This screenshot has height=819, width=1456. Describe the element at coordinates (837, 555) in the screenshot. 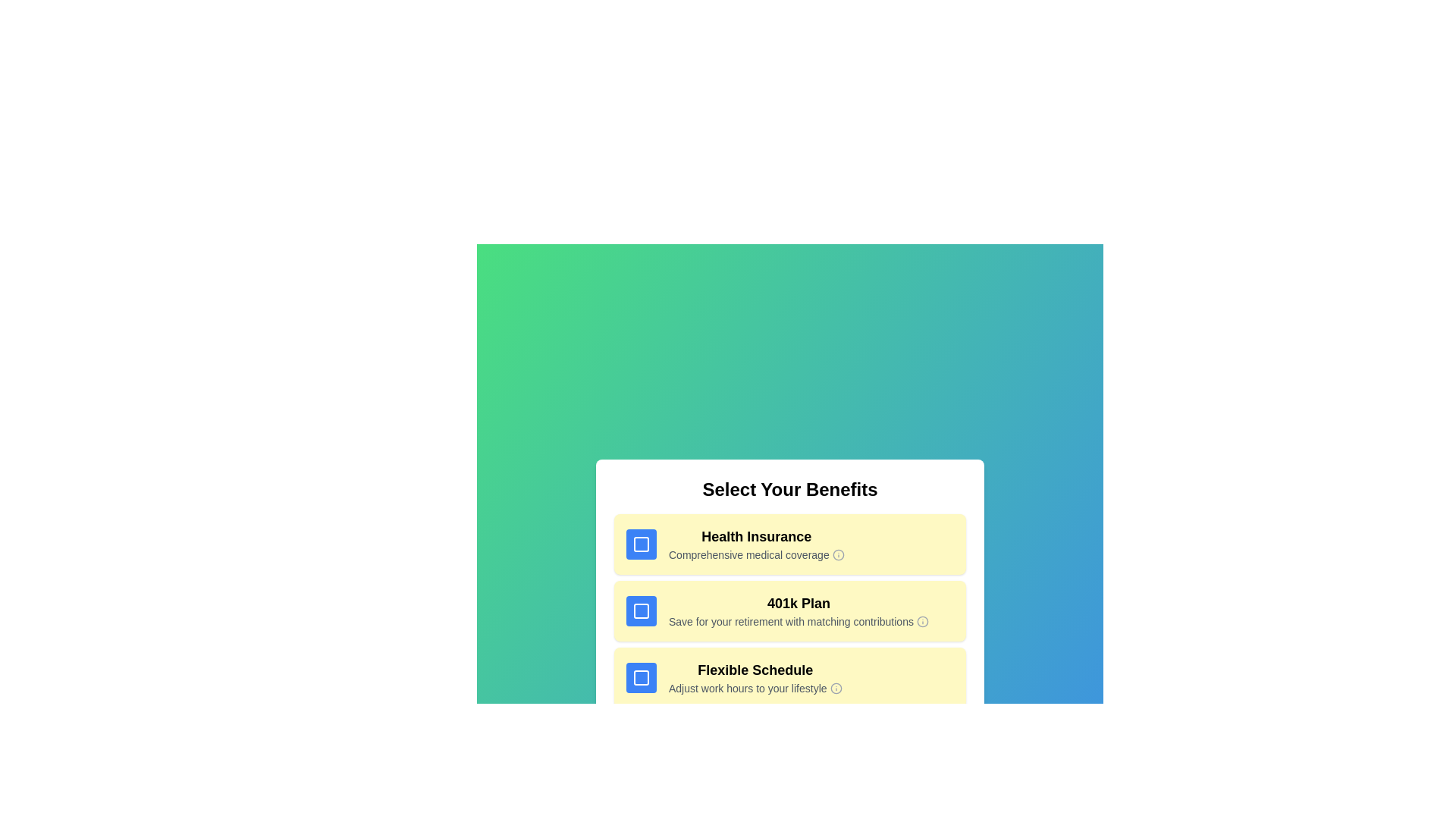

I see `the info icon next to the description of Health Insurance` at that location.